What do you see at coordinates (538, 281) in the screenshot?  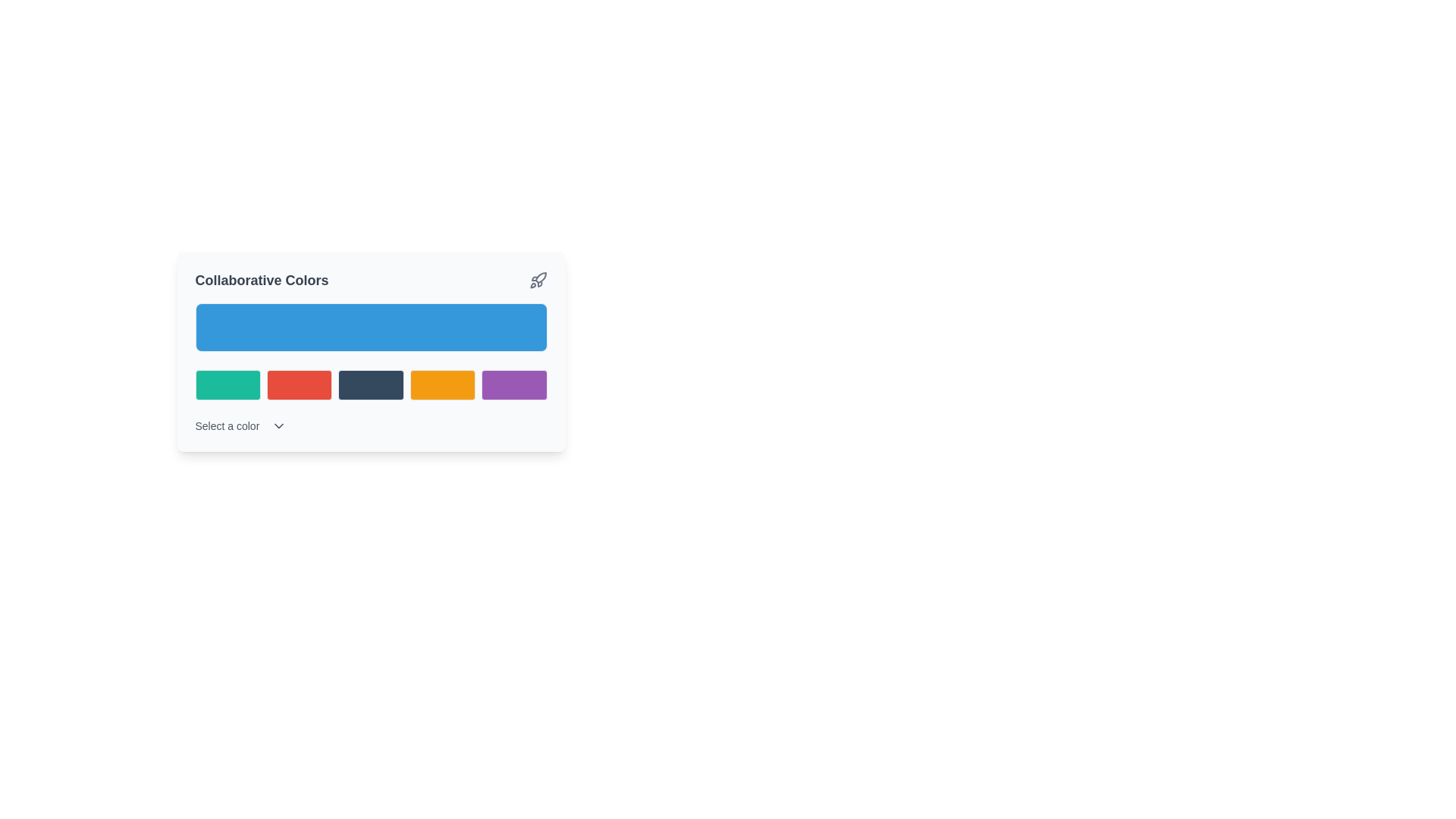 I see `the small rocket-shaped icon, located to the right of the text 'Collaborative Colors'` at bounding box center [538, 281].